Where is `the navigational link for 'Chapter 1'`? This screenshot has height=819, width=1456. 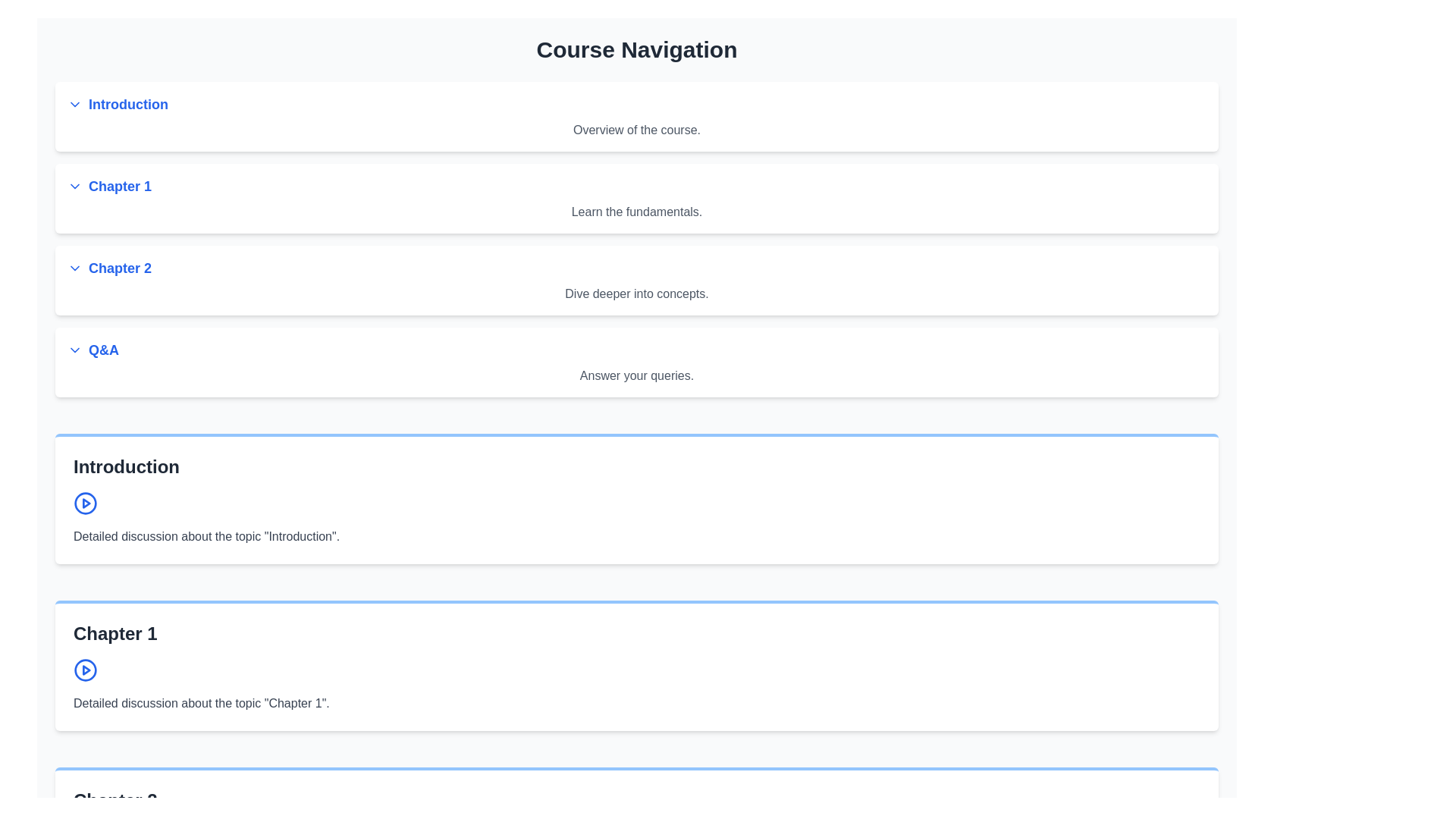 the navigational link for 'Chapter 1' is located at coordinates (119, 186).